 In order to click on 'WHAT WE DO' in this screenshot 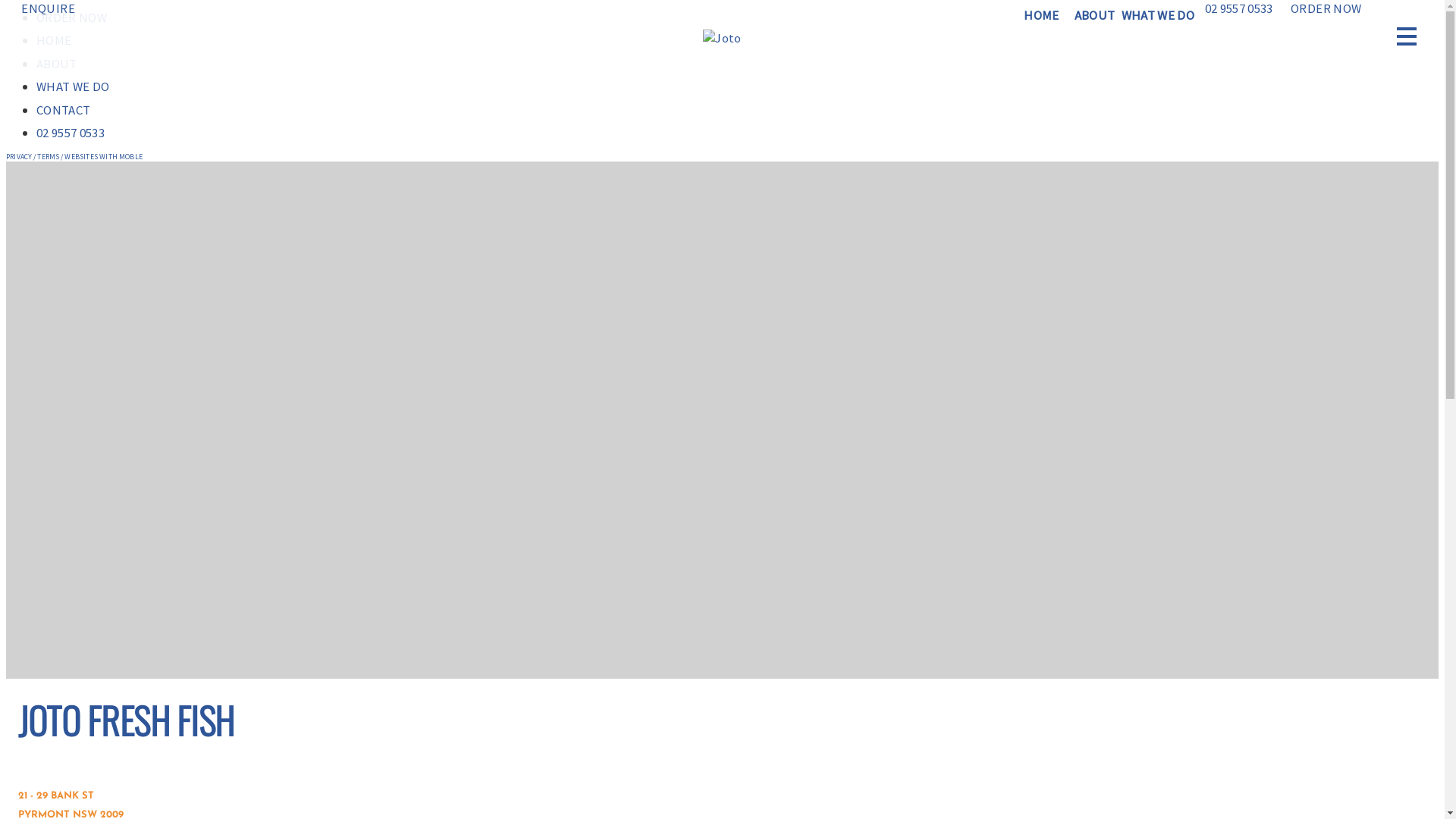, I will do `click(1156, 14)`.